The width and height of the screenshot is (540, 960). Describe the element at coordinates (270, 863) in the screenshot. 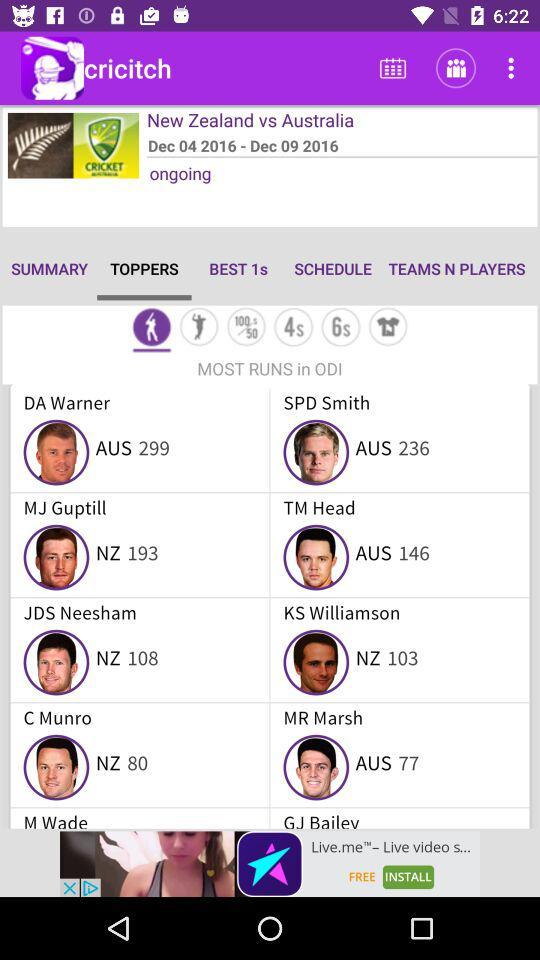

I see `advertisement` at that location.